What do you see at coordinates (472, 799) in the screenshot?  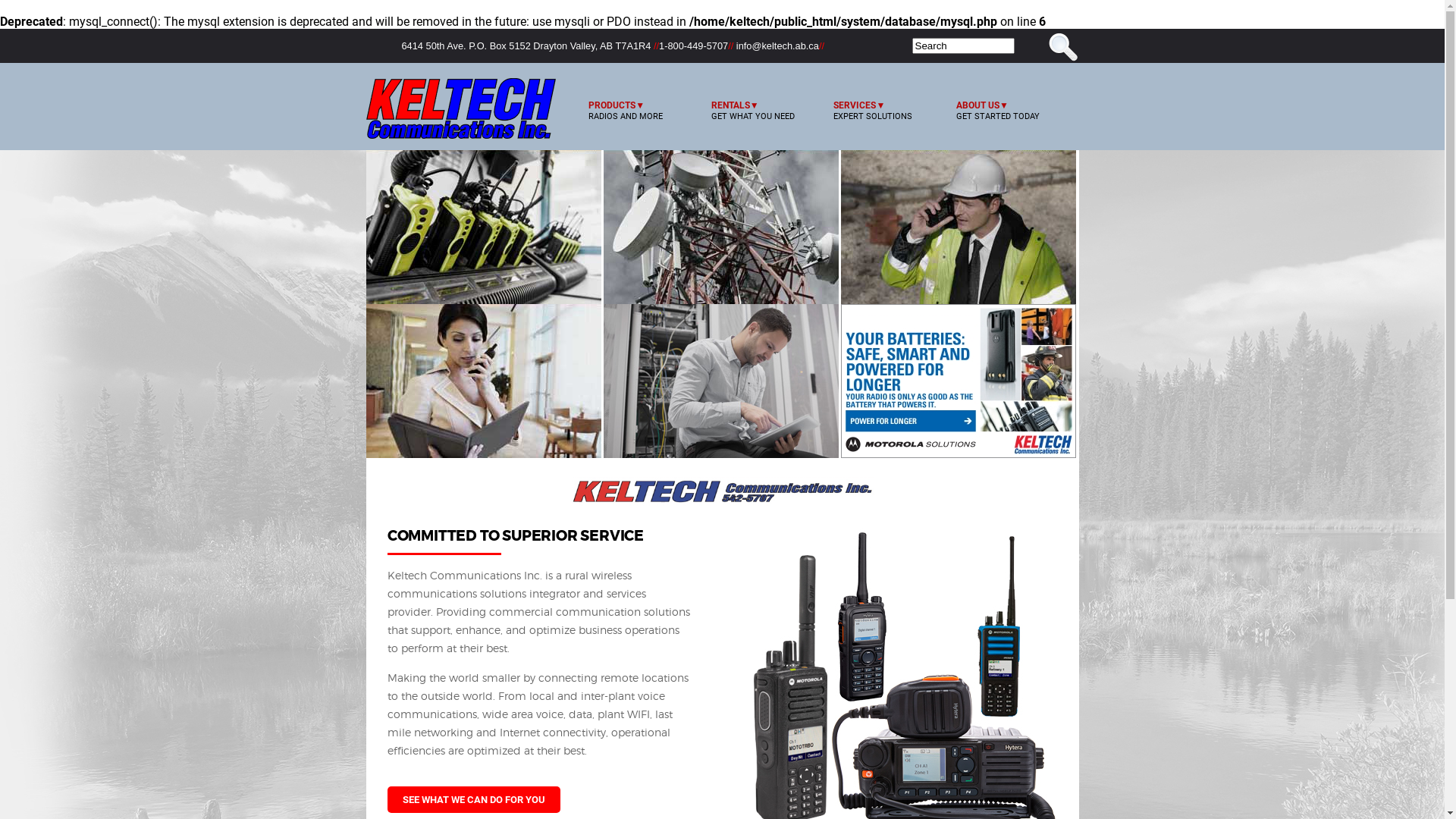 I see `'SEE WHAT WE CAN DO FOR YOU'` at bounding box center [472, 799].